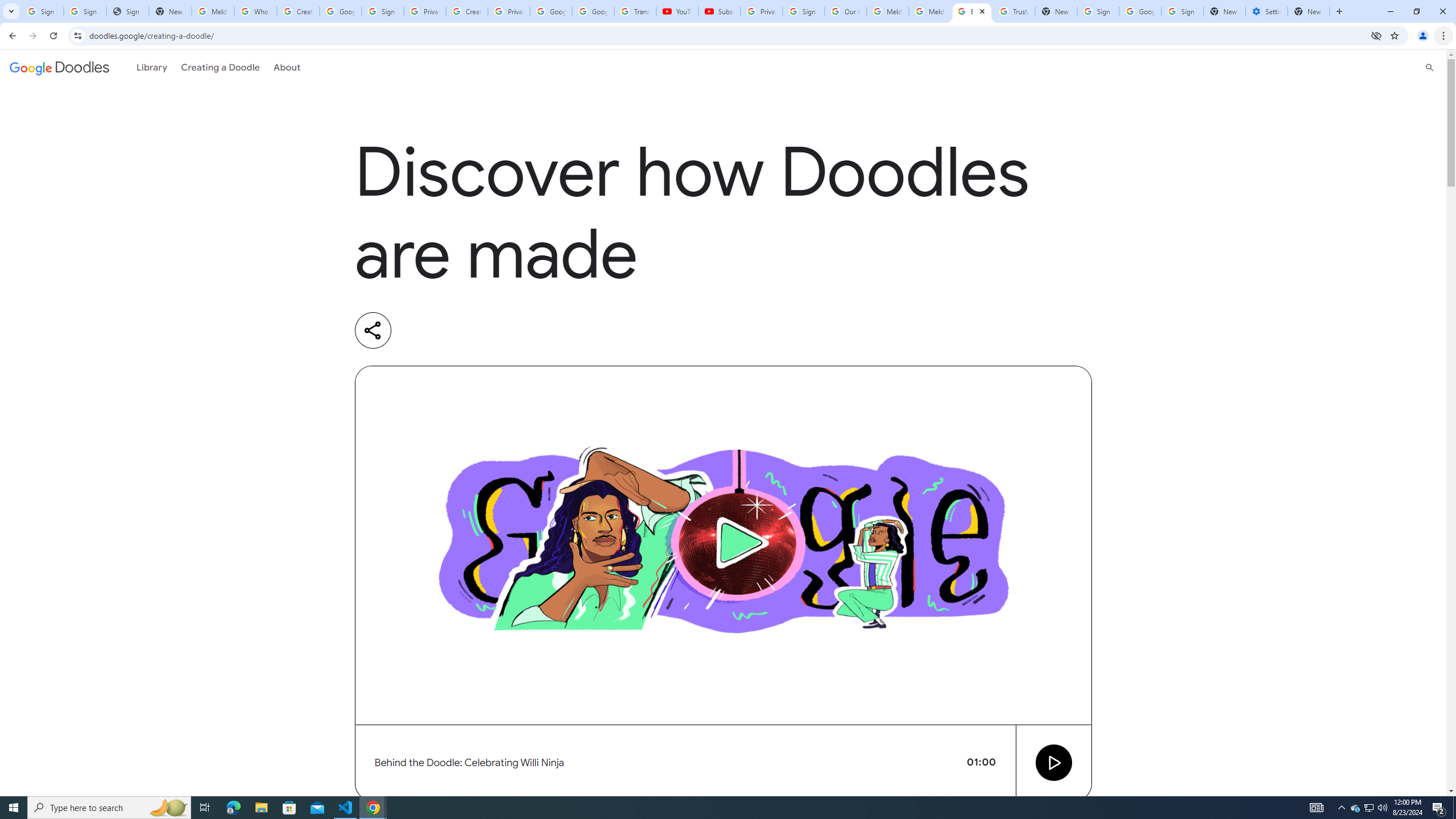 The width and height of the screenshot is (1456, 819). I want to click on 'Explore the Process of Creating a Doodle - Google Doodles', so click(972, 11).